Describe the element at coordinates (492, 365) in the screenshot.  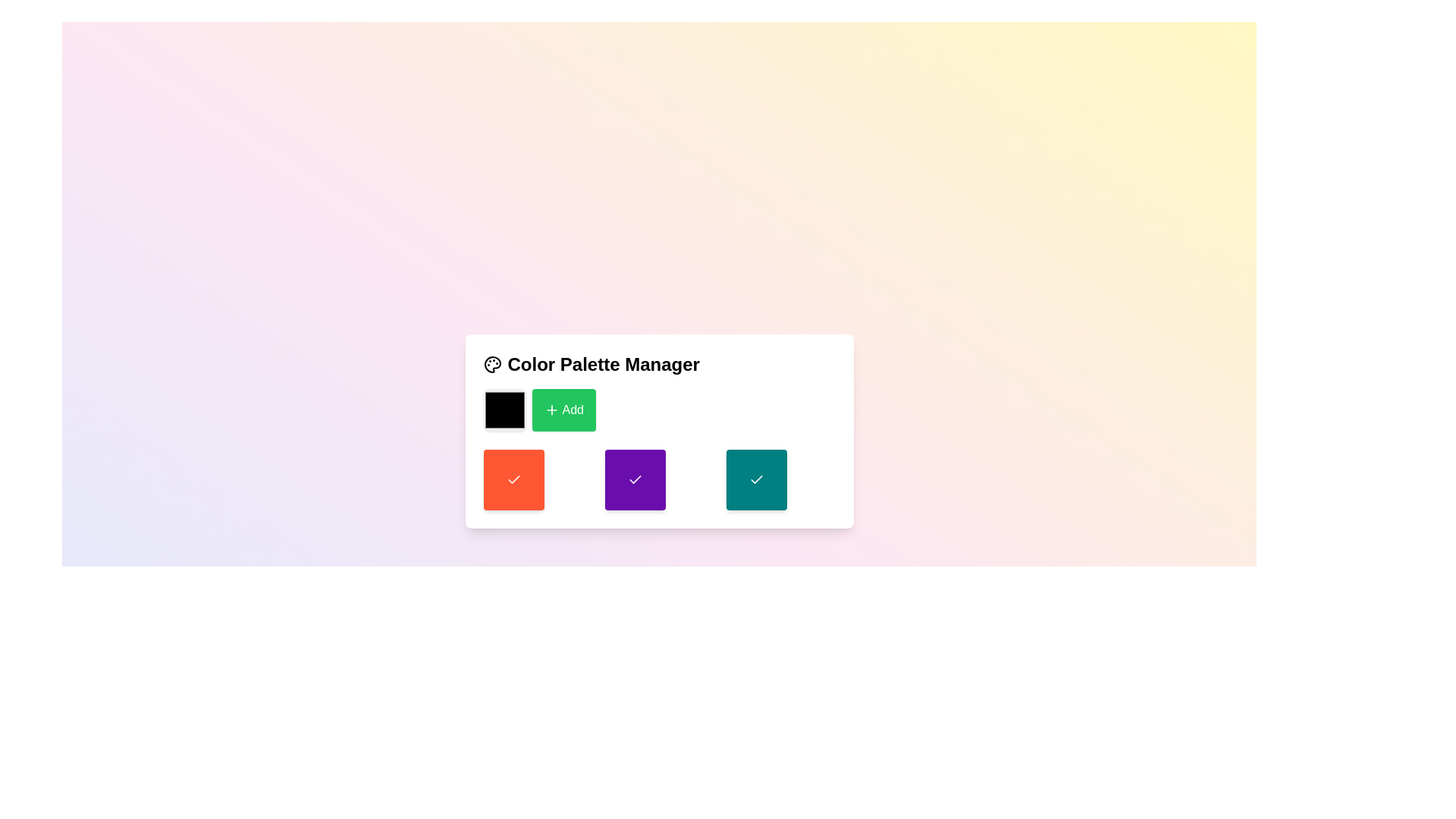
I see `the color palette management icon located in the title section of the 'Color Palette Manager' panel` at that location.